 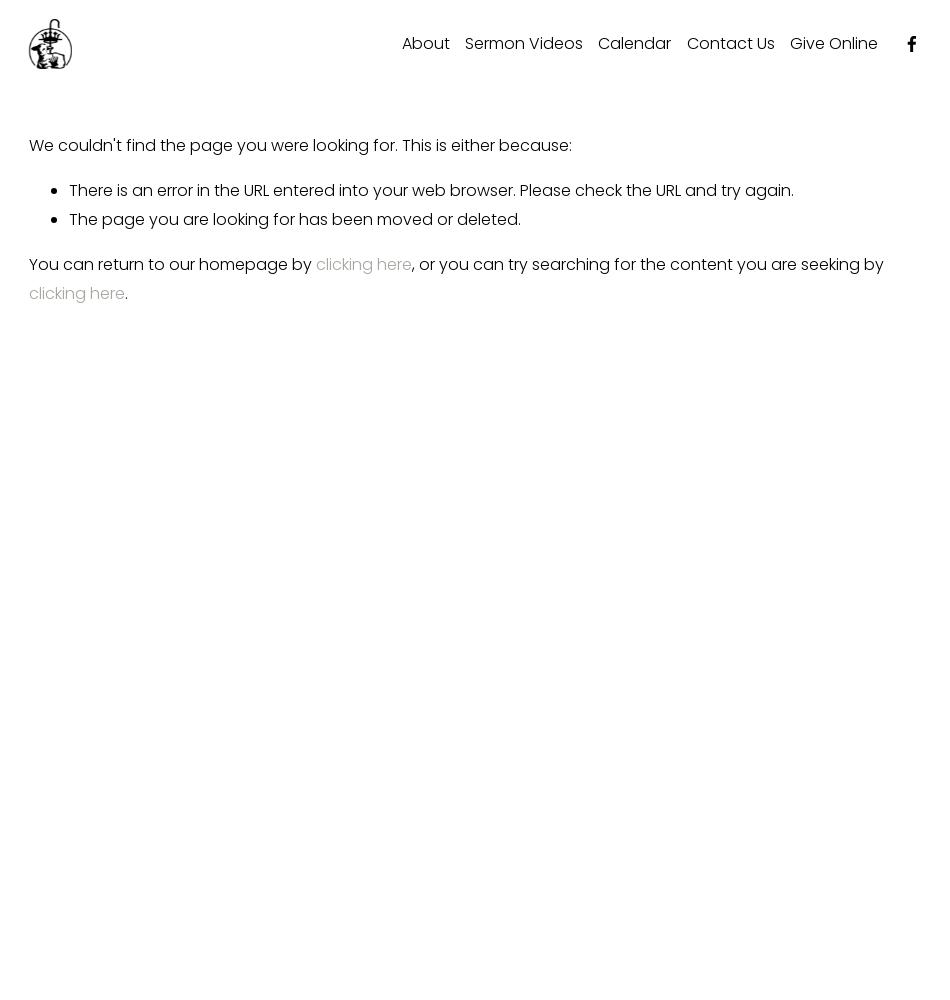 I want to click on 'Contact Us', so click(x=728, y=42).